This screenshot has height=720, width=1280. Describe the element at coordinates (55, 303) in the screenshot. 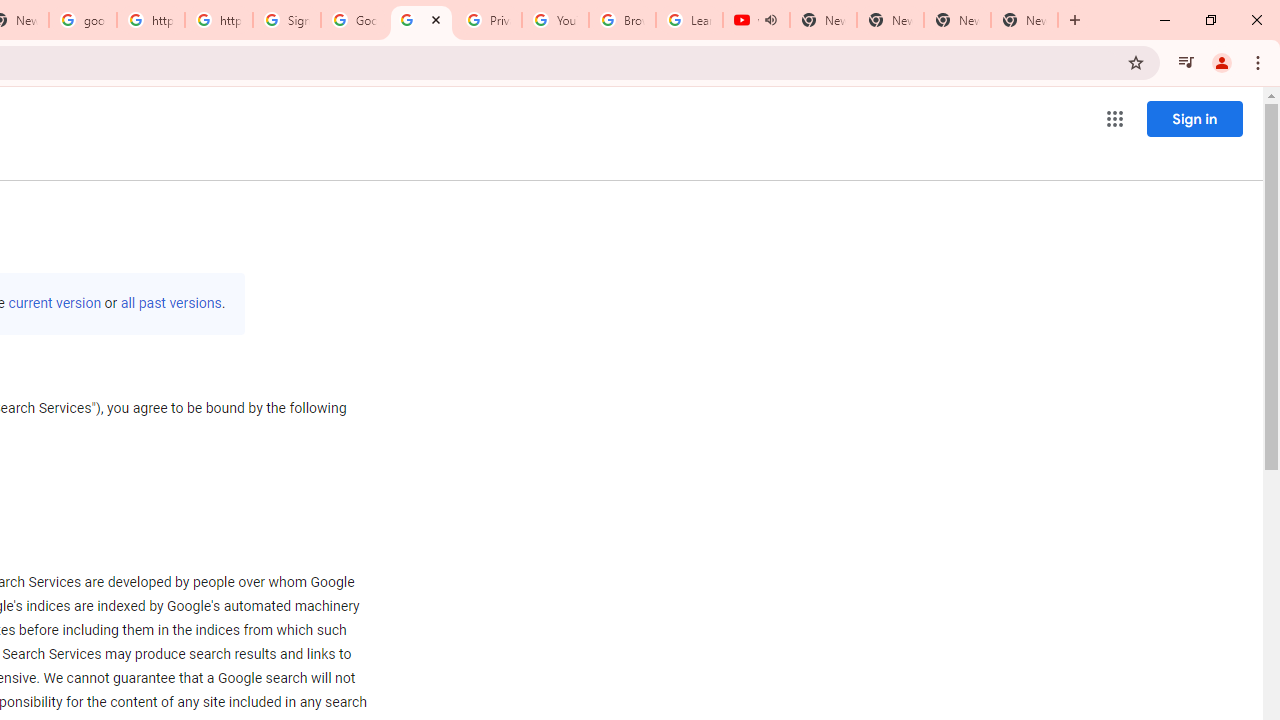

I see `'current version'` at that location.